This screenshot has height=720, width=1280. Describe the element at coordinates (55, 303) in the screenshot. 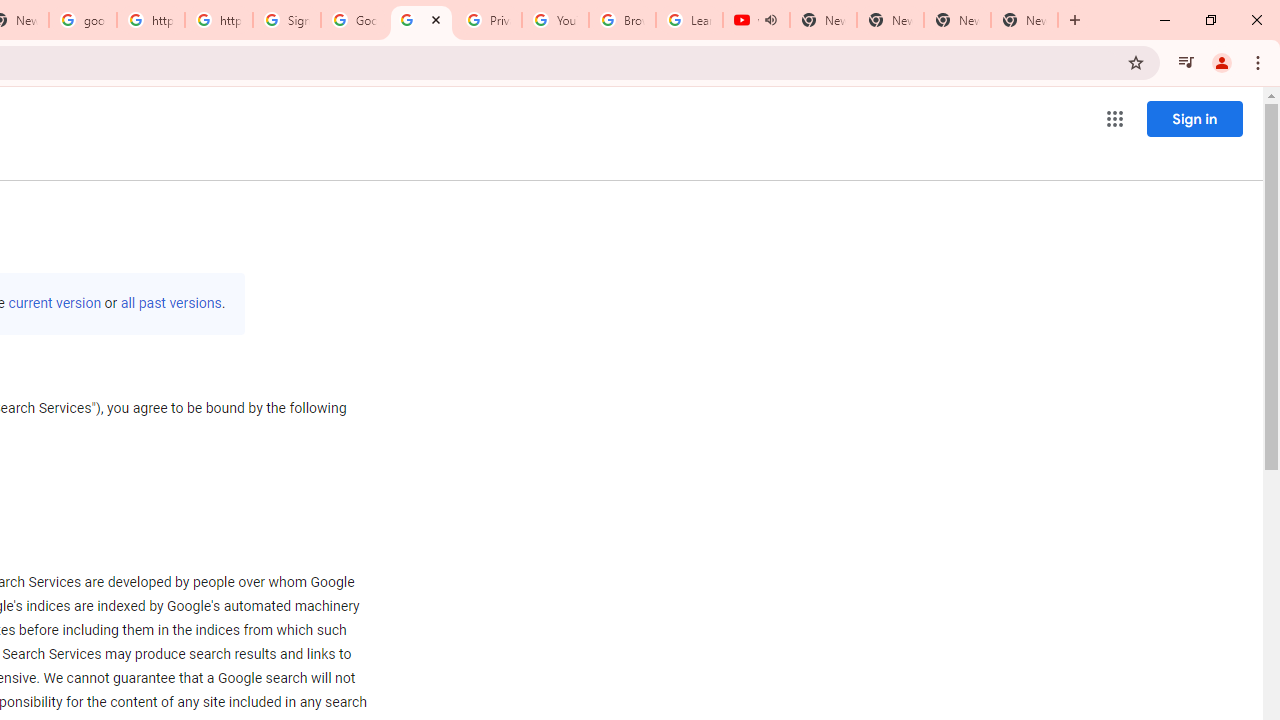

I see `'current version'` at that location.